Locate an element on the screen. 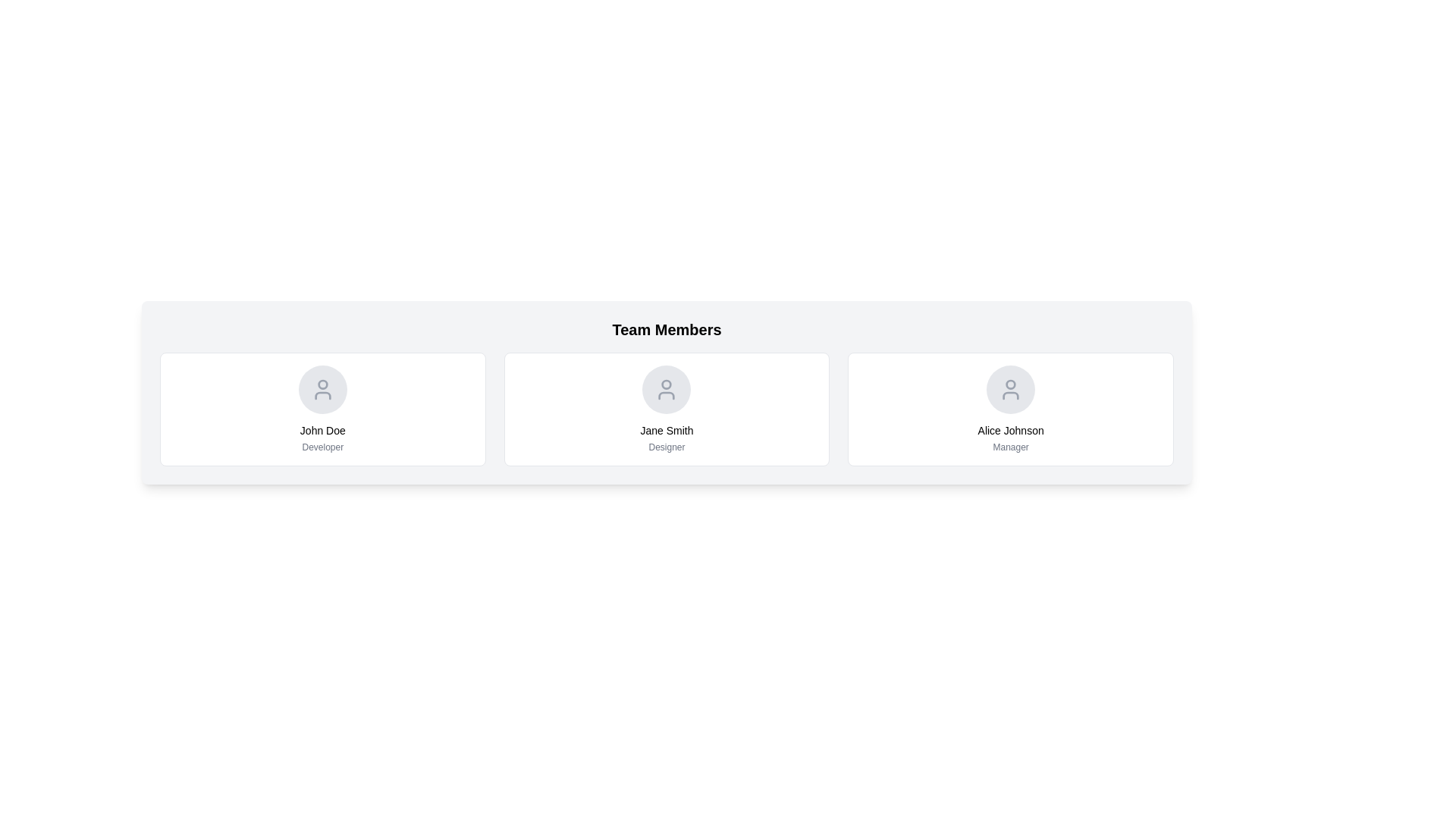 This screenshot has width=1456, height=819. name displayed on the text element located in the middle of the second card under 'Team Members' is located at coordinates (667, 430).